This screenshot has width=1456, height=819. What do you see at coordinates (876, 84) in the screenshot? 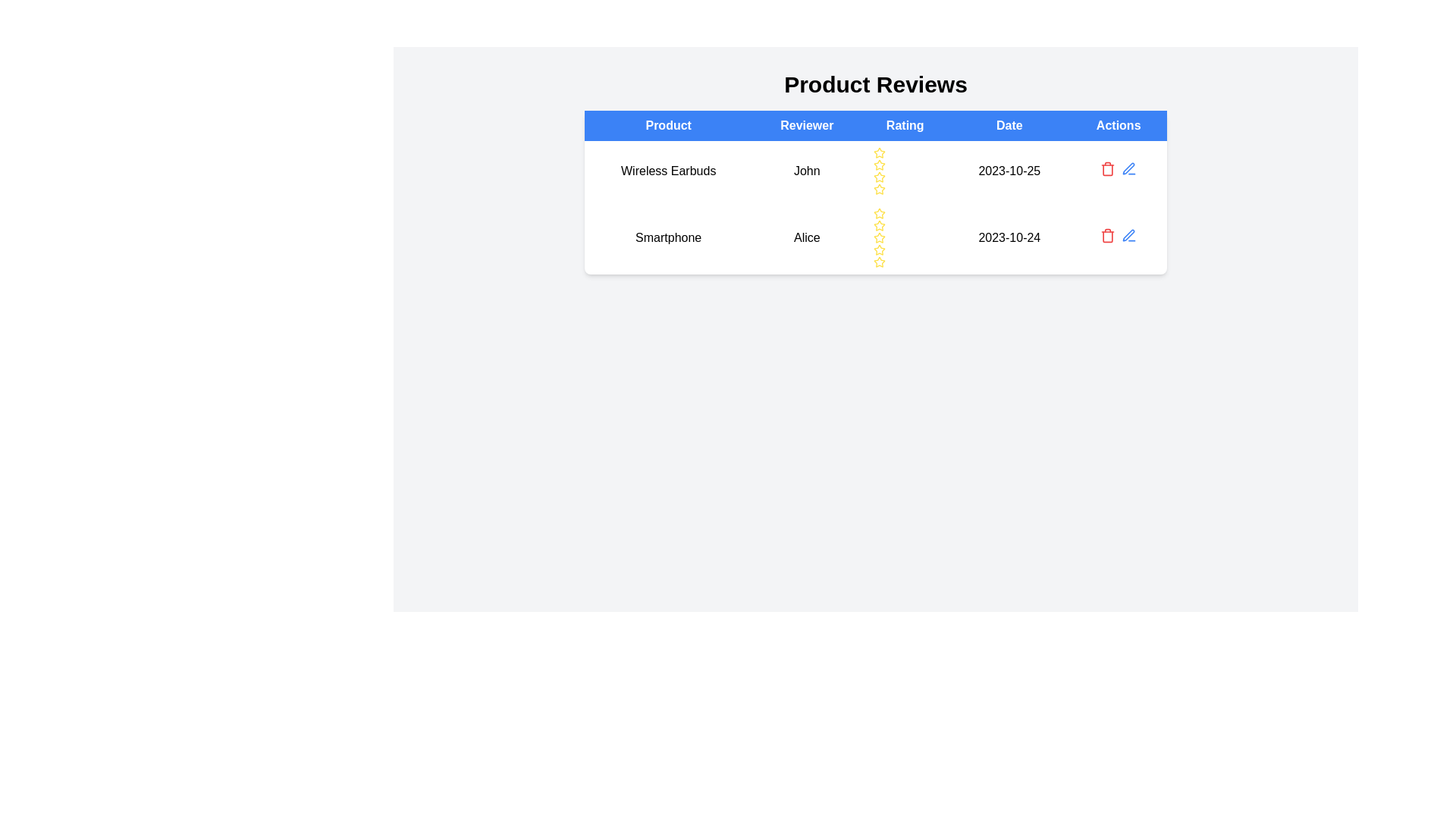
I see `the section heading with the text 'Product Reviews', which is styled in a bold, large font and positioned above the review table` at bounding box center [876, 84].